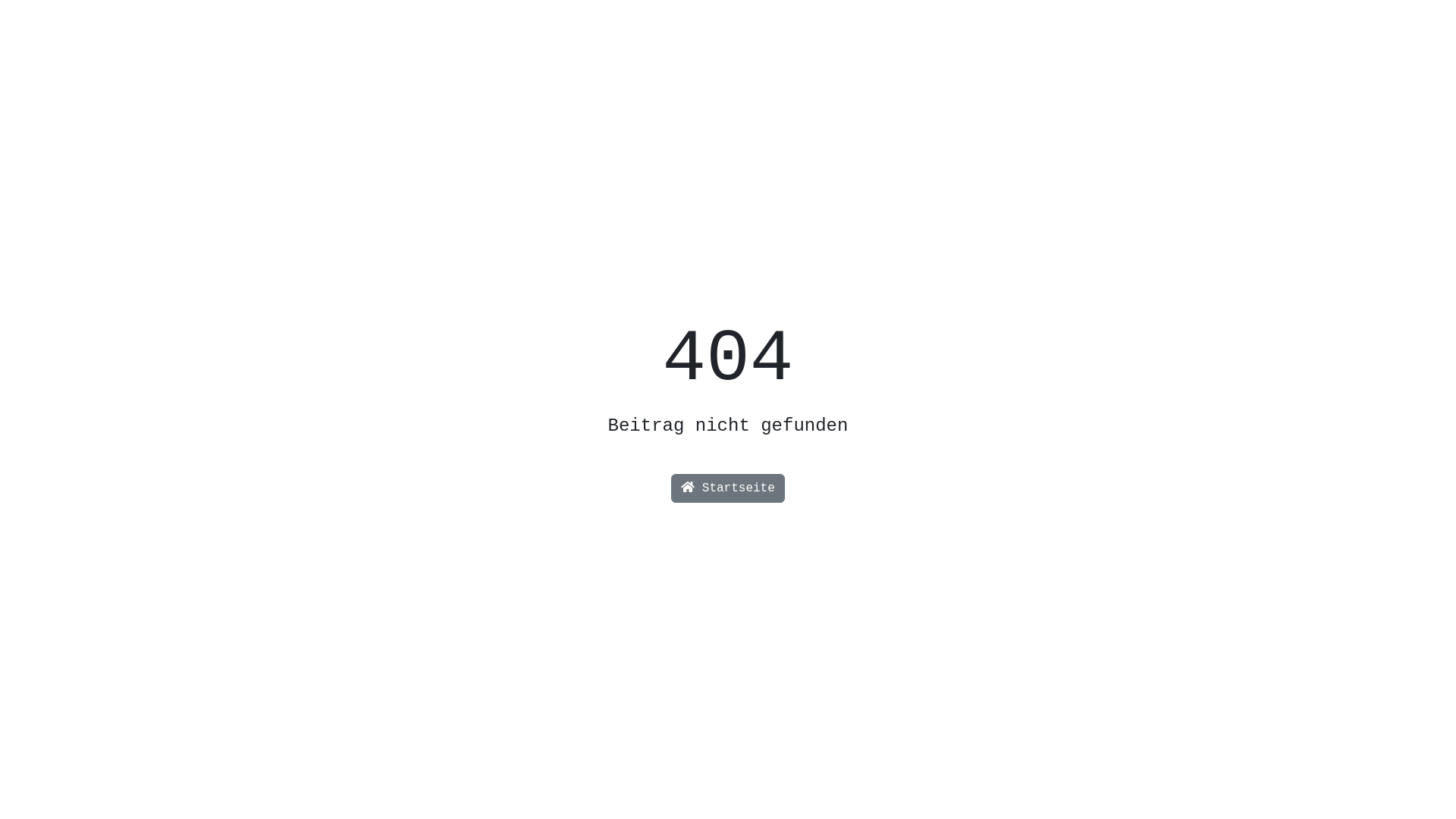 The height and width of the screenshot is (819, 1456). What do you see at coordinates (670, 488) in the screenshot?
I see `'Startseite'` at bounding box center [670, 488].